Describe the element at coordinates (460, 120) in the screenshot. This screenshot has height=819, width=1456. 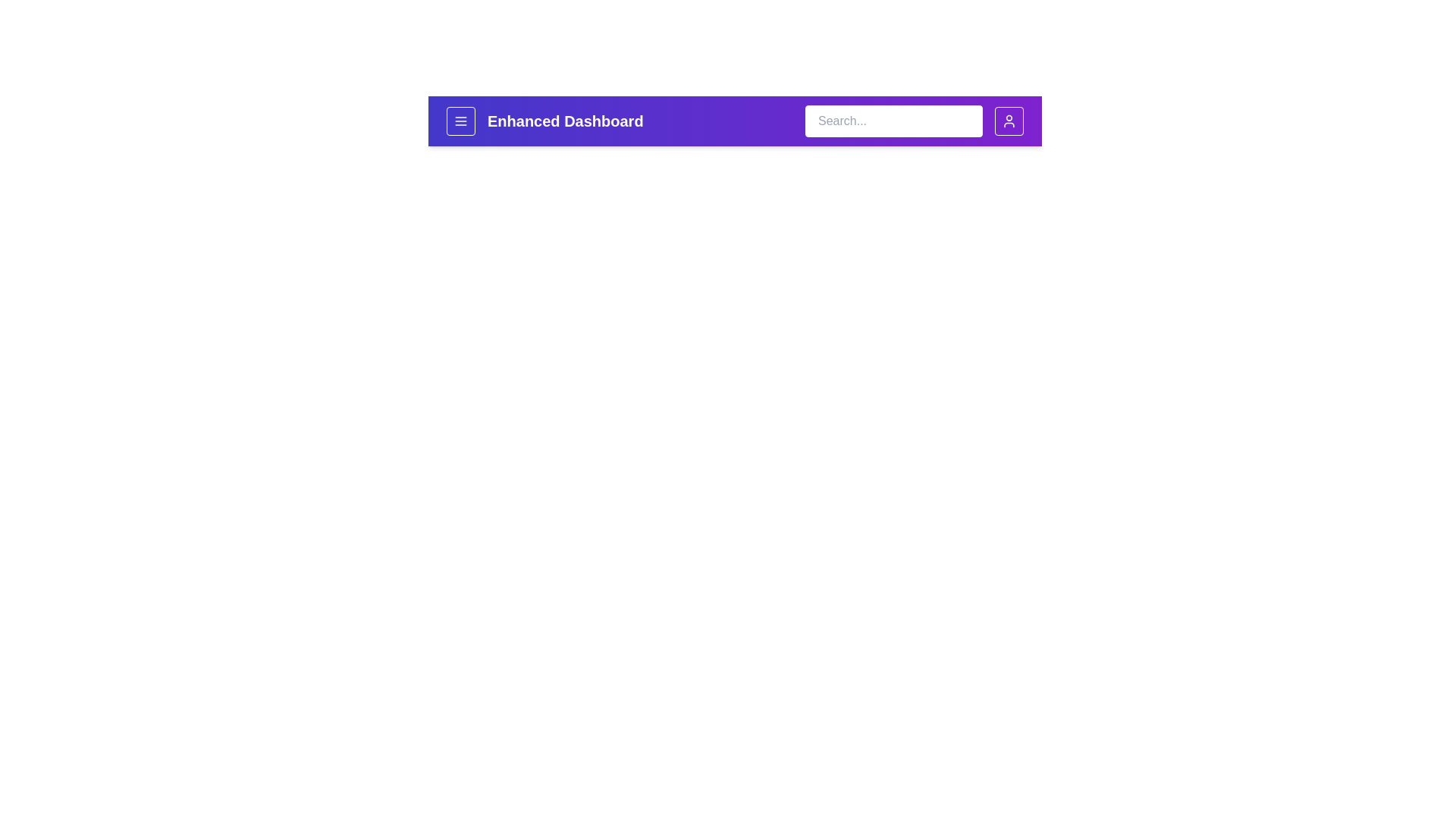
I see `the menu button to interact with it` at that location.